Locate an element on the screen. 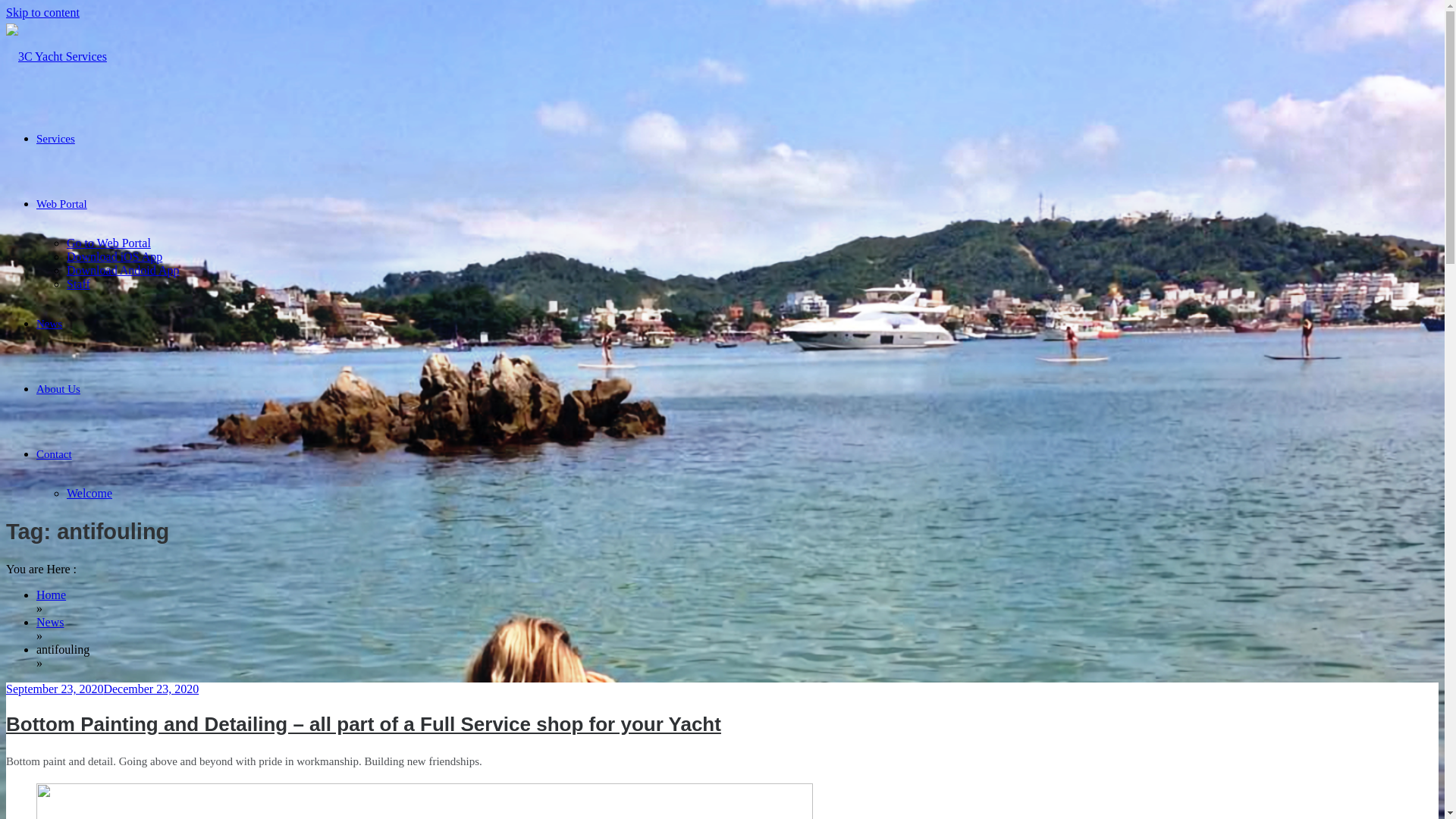 The width and height of the screenshot is (1456, 819). 'Contact' is located at coordinates (54, 453).